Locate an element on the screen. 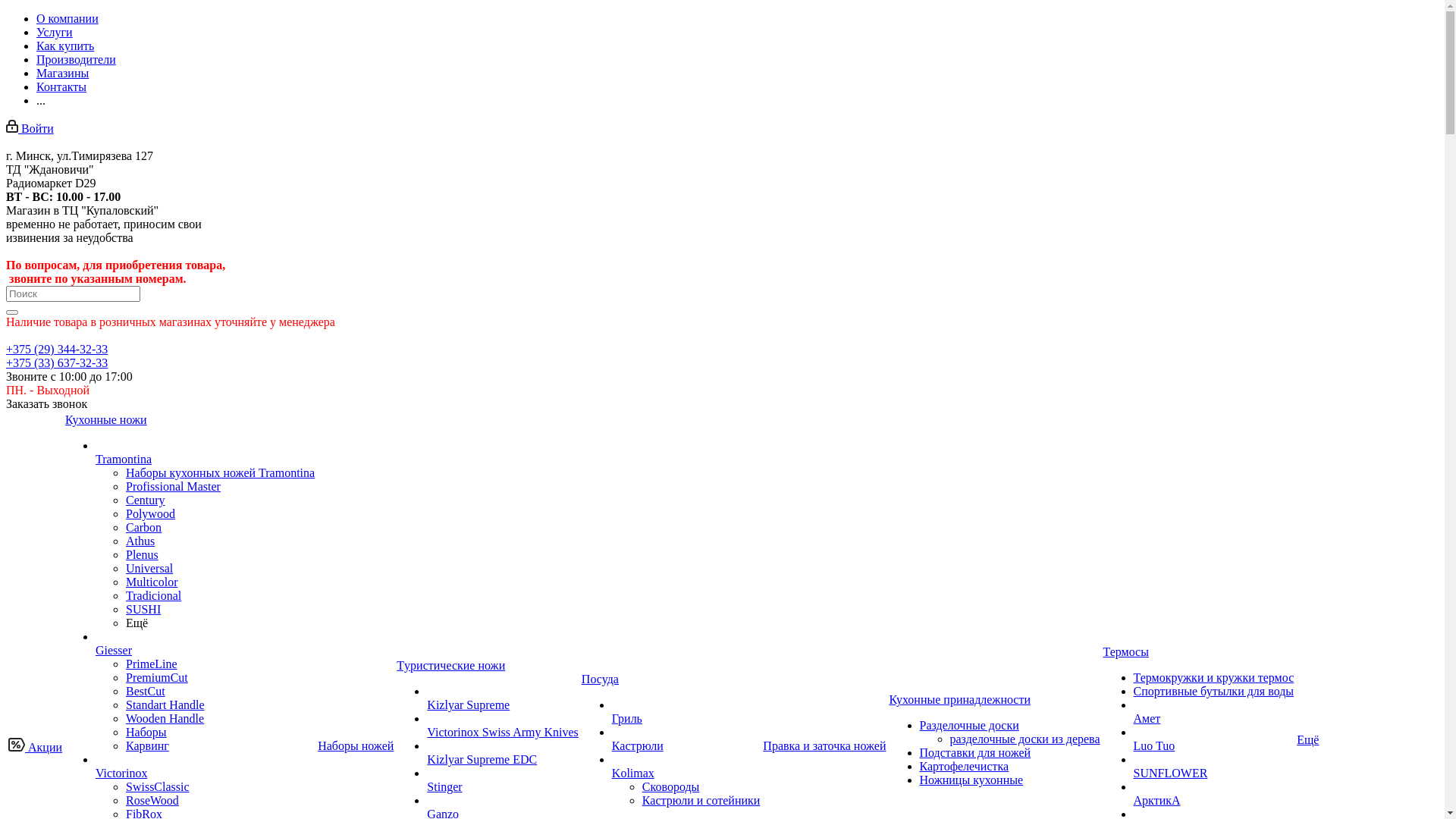 Image resolution: width=1456 pixels, height=819 pixels. 'Wooden Handle' is located at coordinates (165, 717).